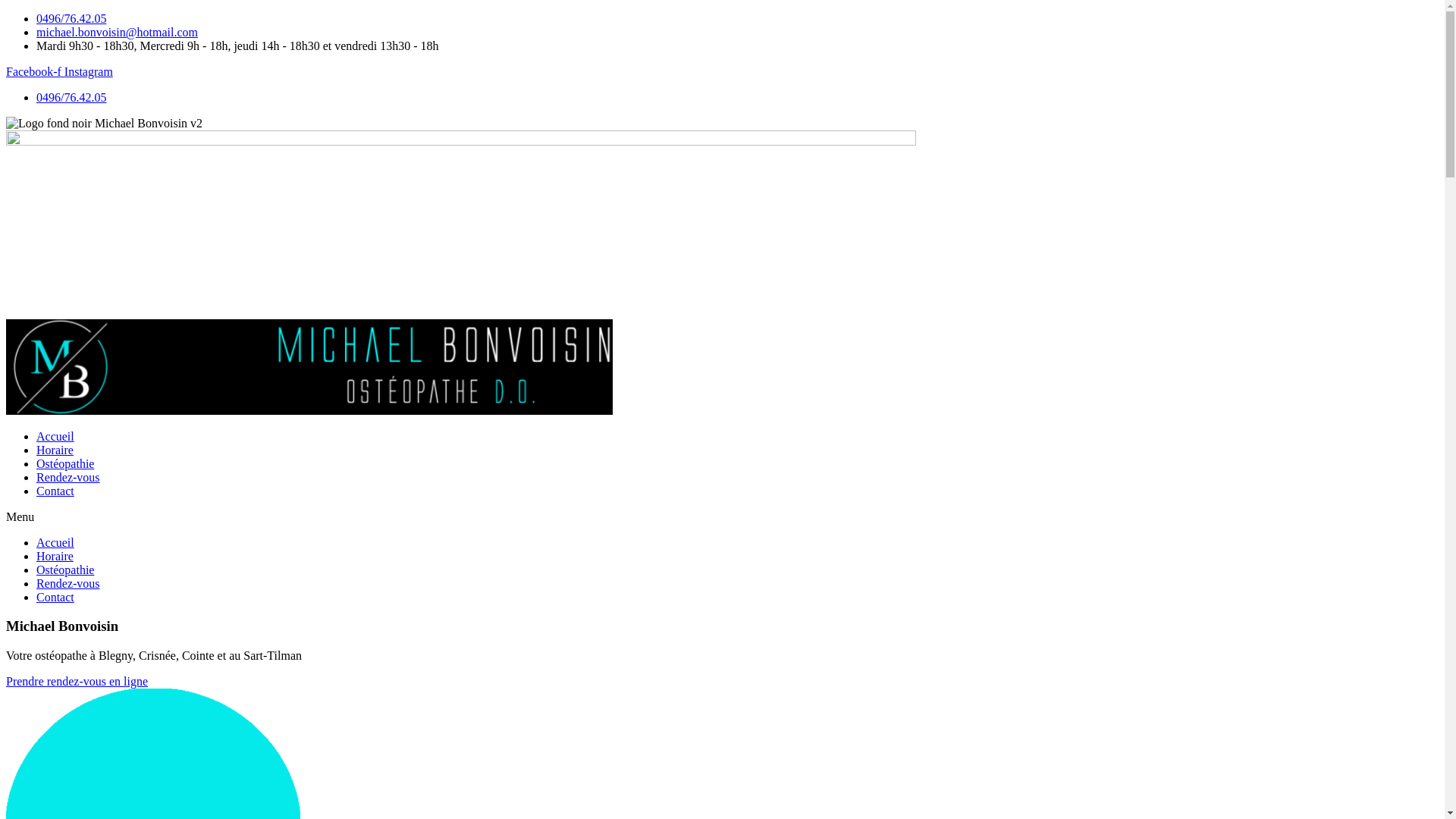  I want to click on 'Aller au contenu', so click(5, 11).